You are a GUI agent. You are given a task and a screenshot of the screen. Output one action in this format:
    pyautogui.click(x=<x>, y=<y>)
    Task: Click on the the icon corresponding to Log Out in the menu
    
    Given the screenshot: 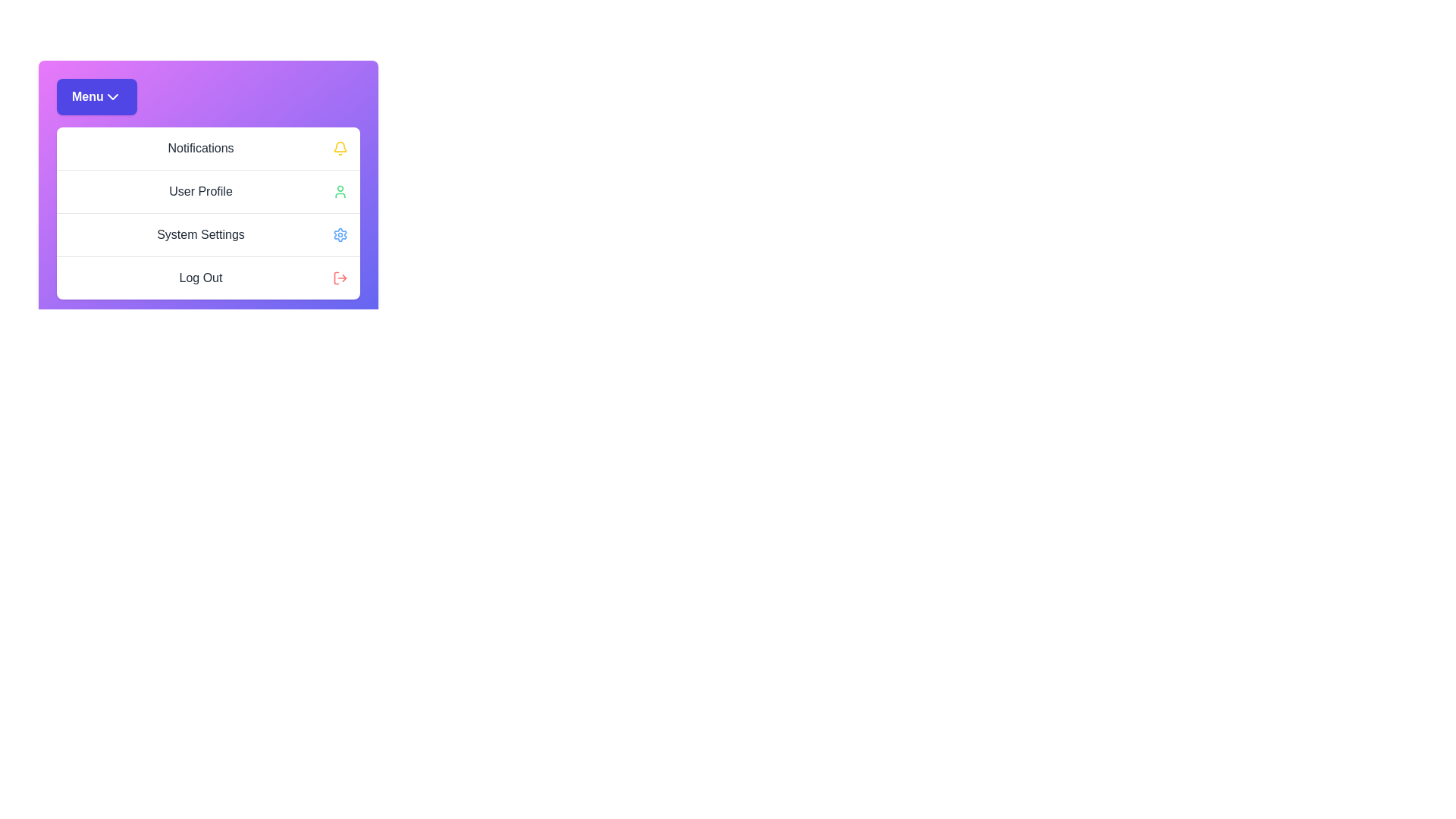 What is the action you would take?
    pyautogui.click(x=340, y=278)
    